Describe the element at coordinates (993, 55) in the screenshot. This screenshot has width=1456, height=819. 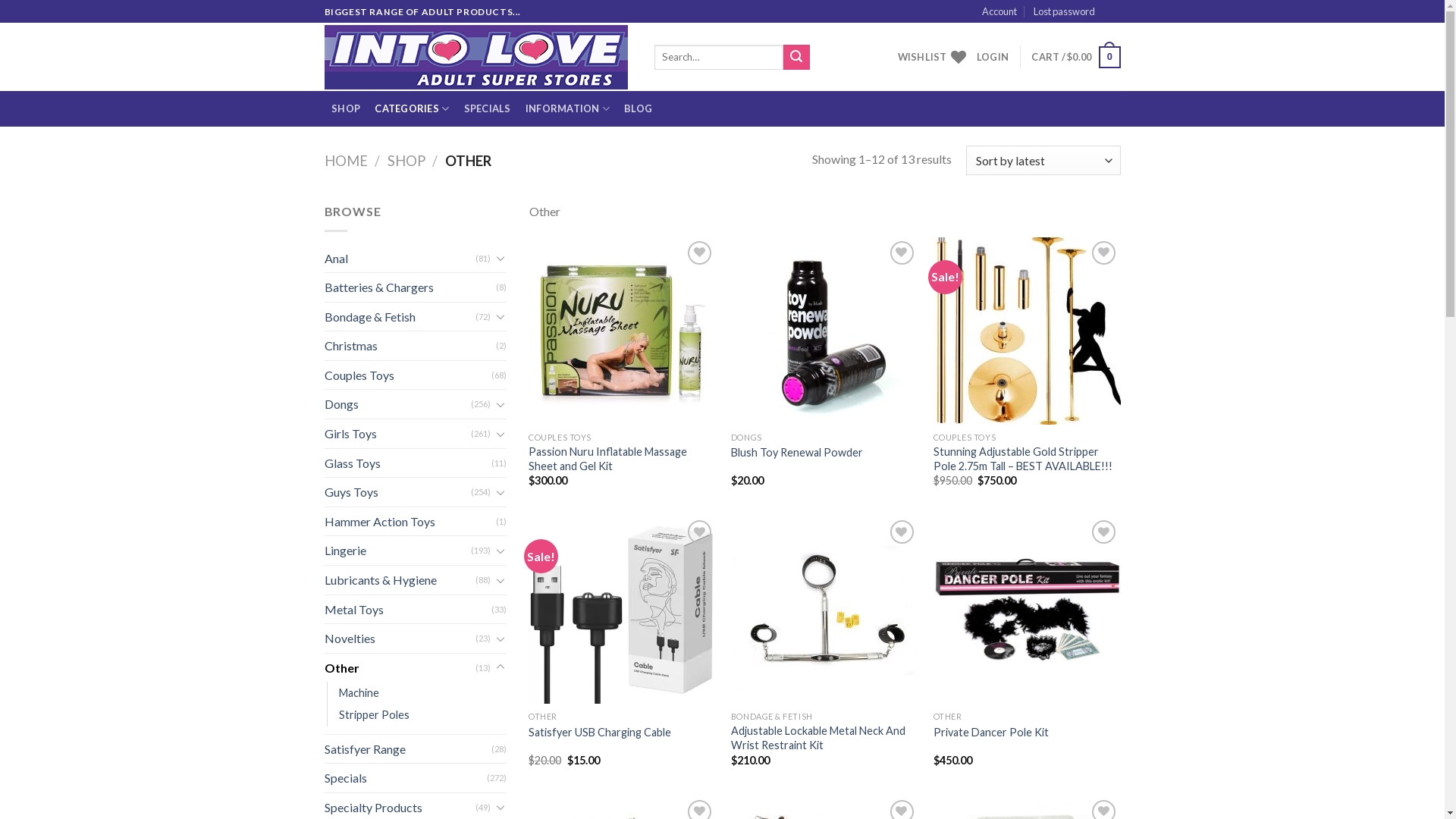
I see `'LOGIN'` at that location.